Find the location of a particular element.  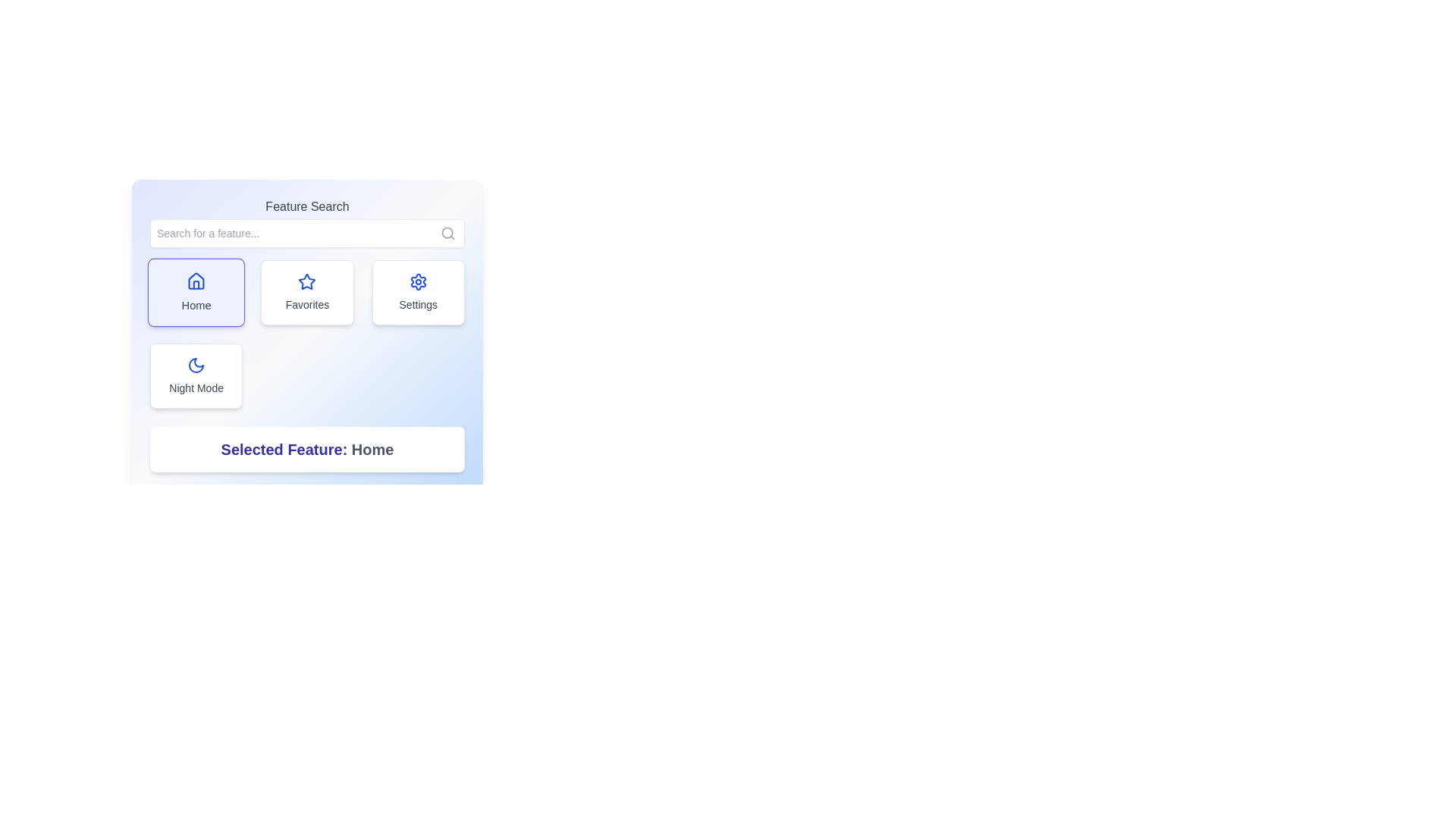

the 'Night Mode' text label which is styled in gray color and located within a white rounded card at the bottom left of the card group is located at coordinates (196, 388).